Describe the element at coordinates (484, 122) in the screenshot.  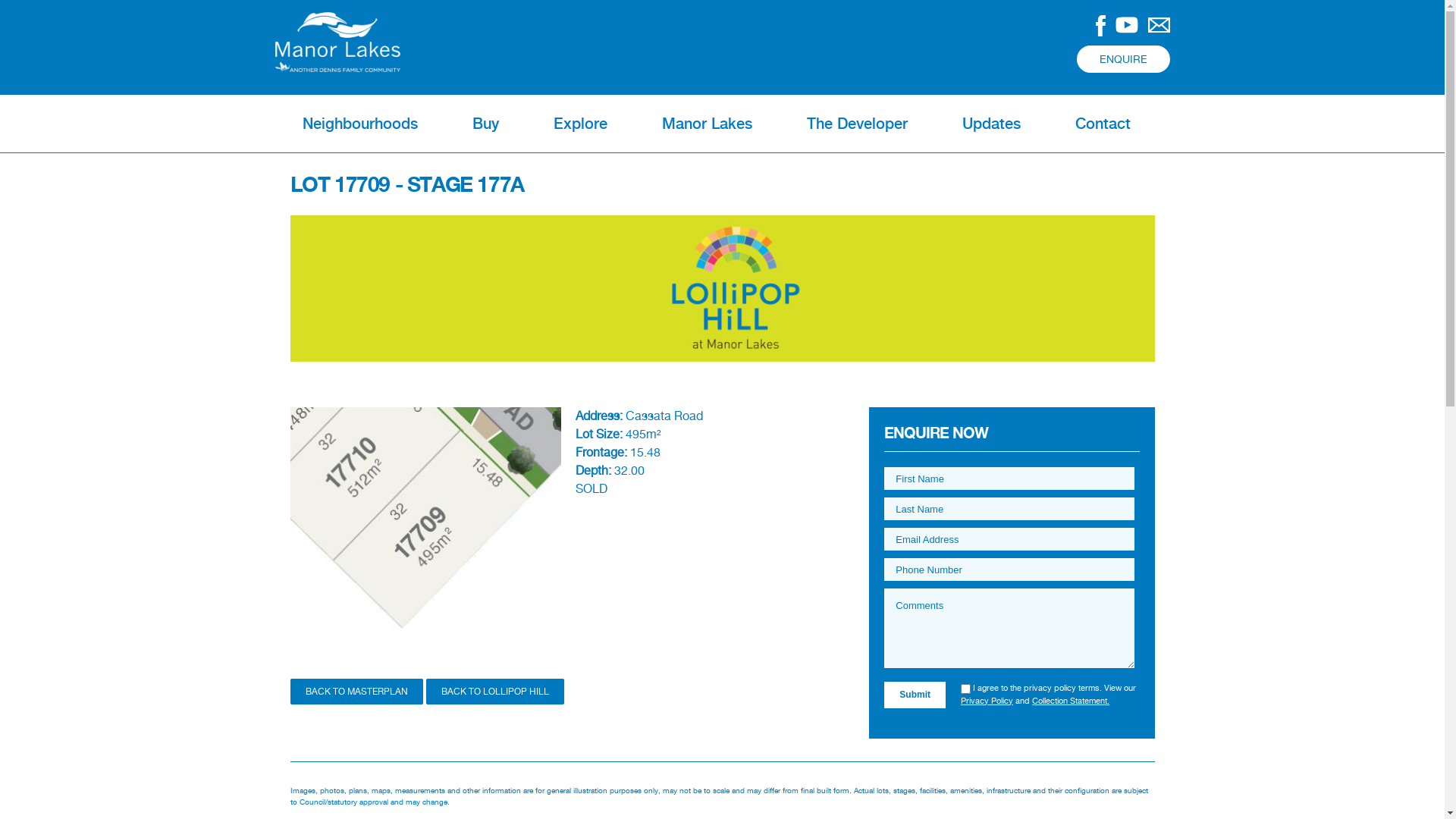
I see `'Buy'` at that location.